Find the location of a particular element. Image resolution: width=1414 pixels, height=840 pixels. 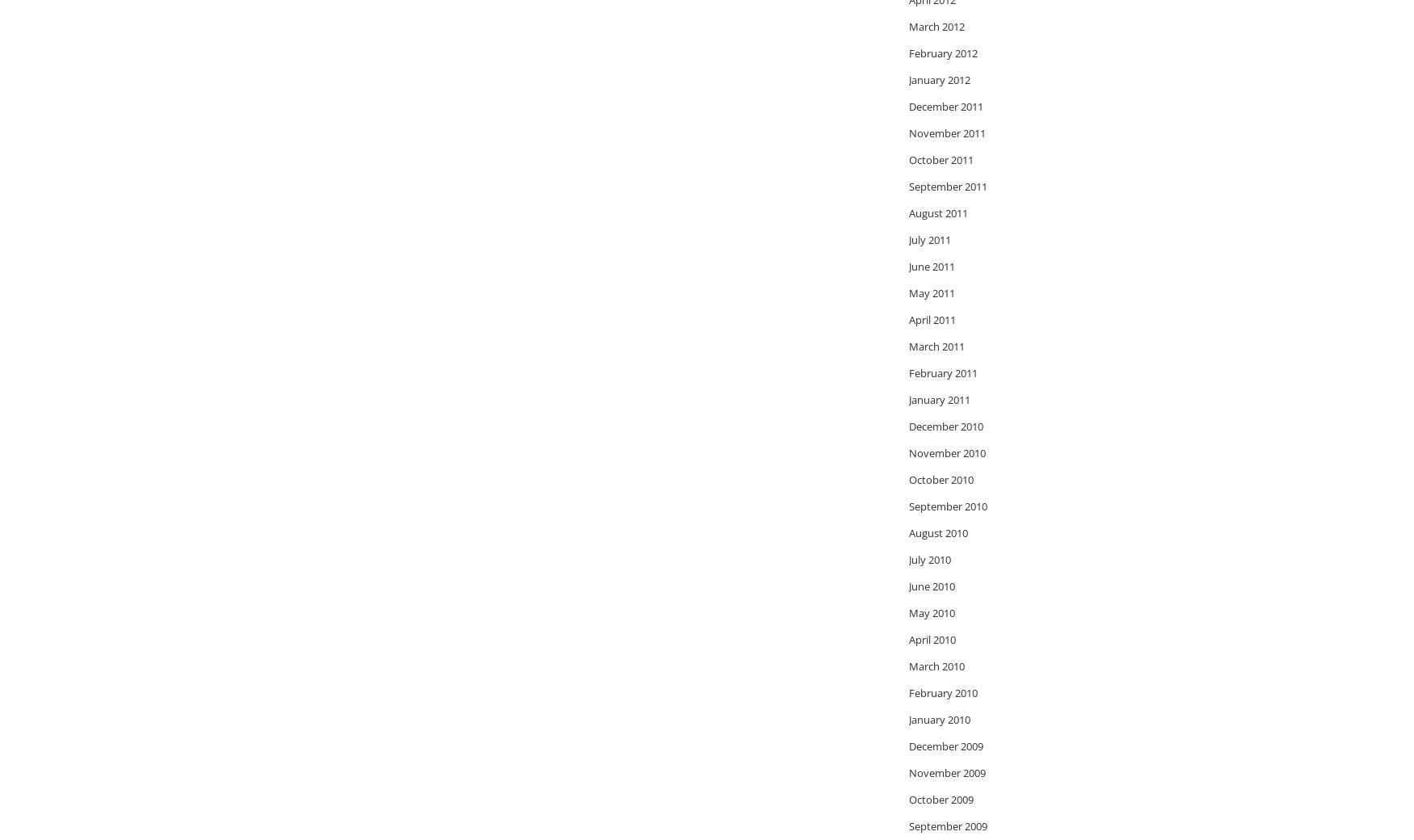

'September 2009' is located at coordinates (947, 825).